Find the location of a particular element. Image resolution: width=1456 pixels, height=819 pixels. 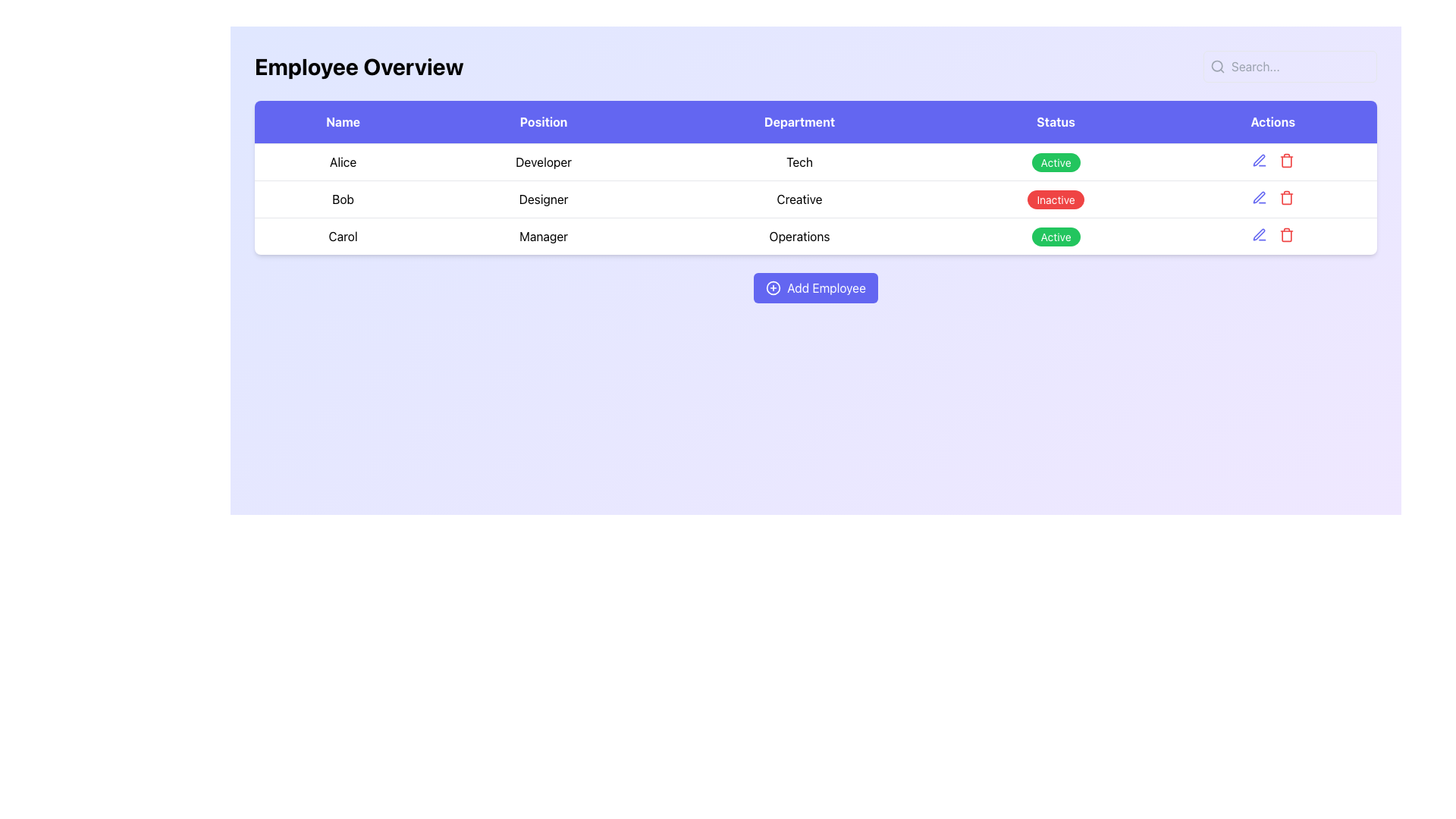

the red trash bin icon located in the rightmost cell under the 'Actions' column is located at coordinates (1285, 161).